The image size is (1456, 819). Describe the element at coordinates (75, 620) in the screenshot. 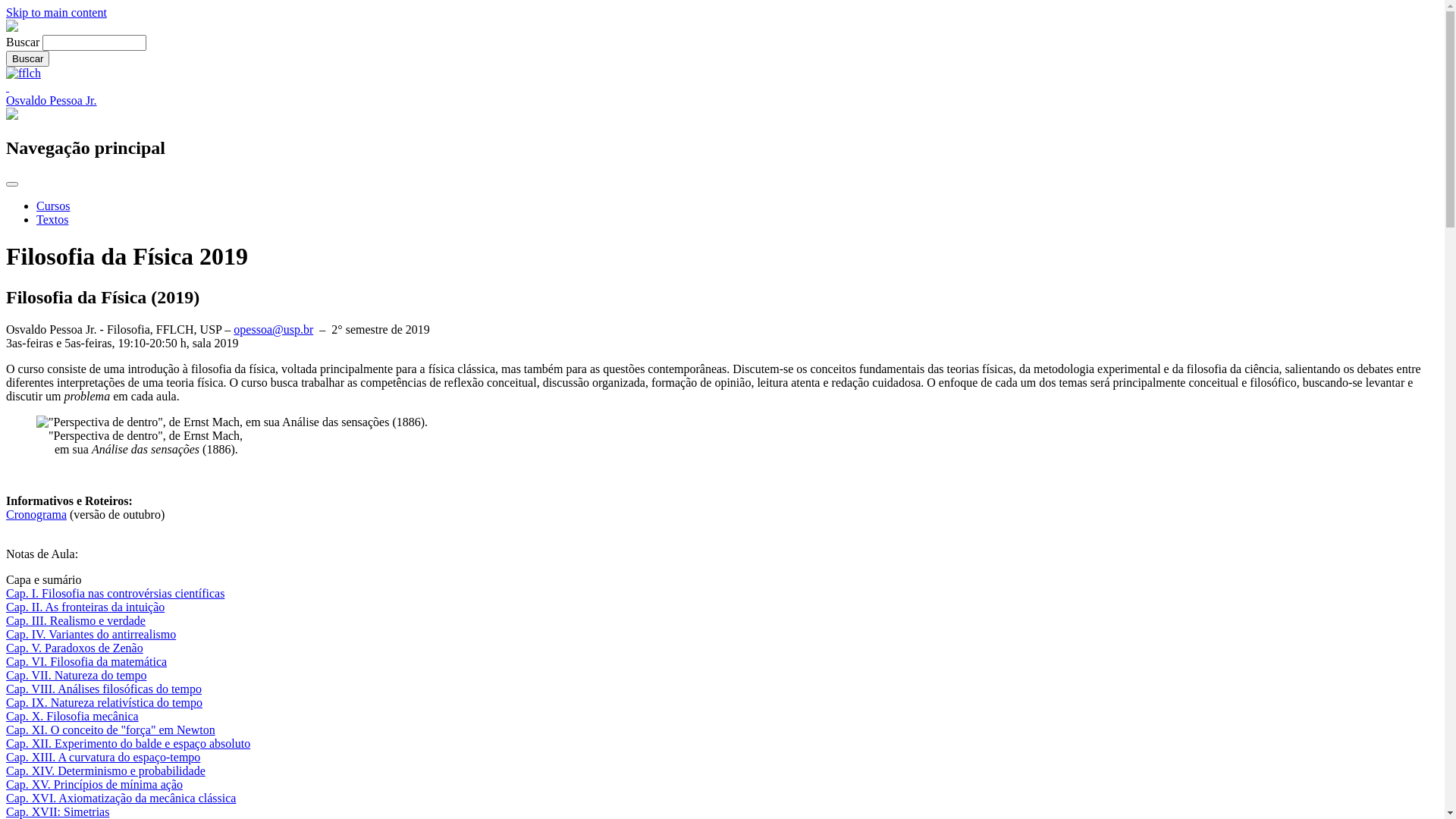

I see `'Cap. III. Realismo e verdade'` at that location.